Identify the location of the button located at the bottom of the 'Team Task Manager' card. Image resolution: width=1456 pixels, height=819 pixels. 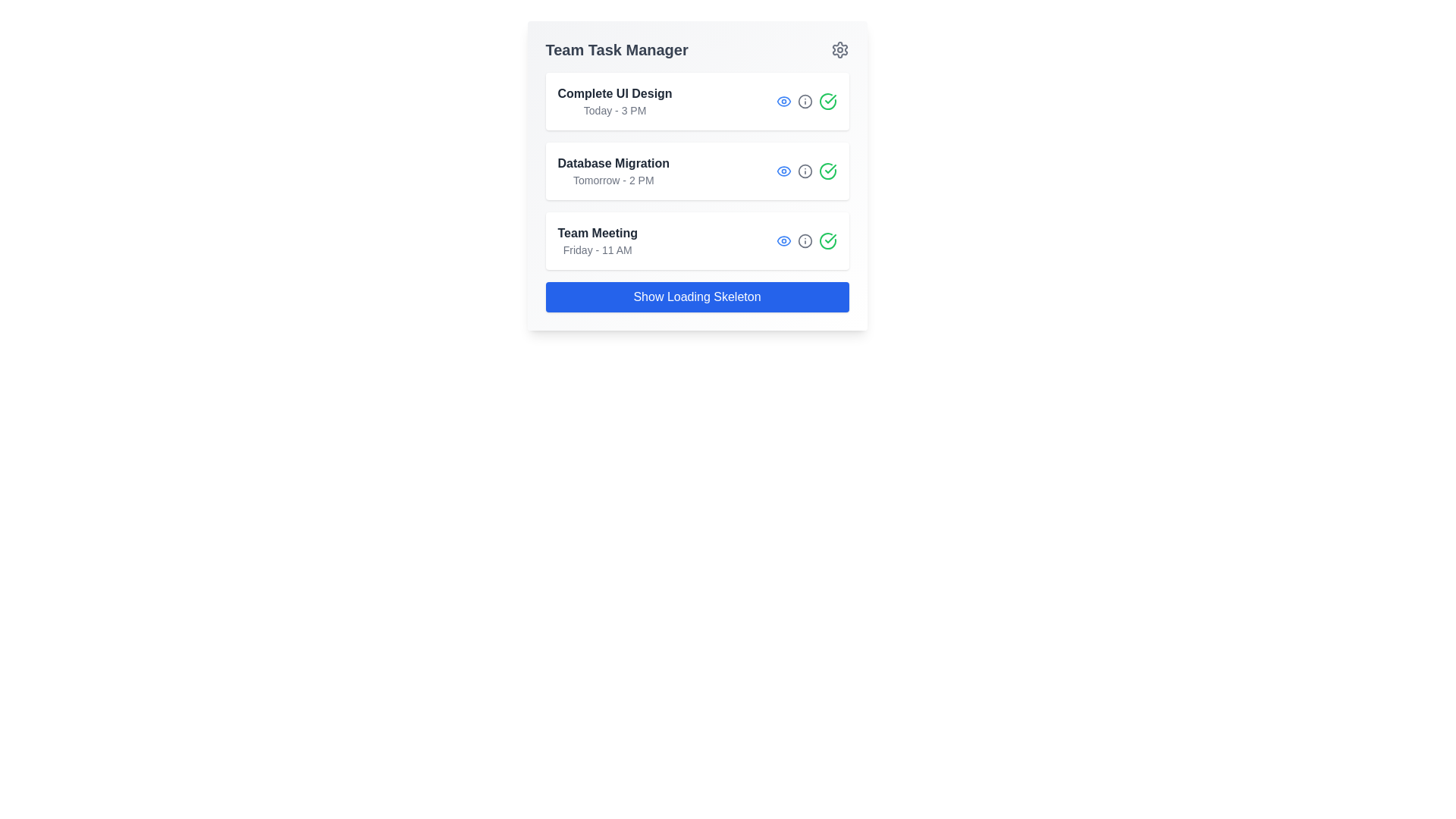
(696, 297).